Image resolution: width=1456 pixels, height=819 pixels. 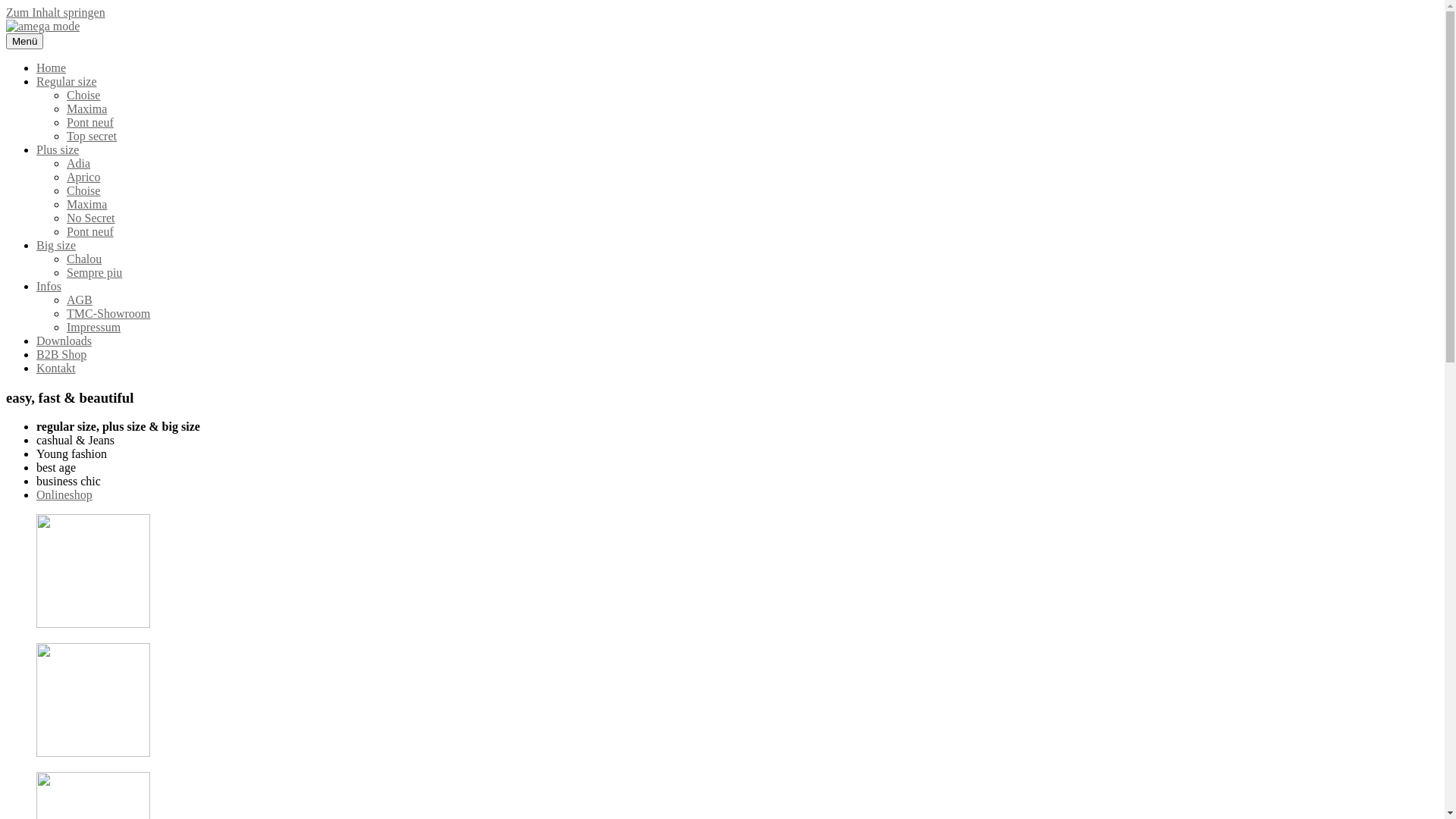 What do you see at coordinates (83, 190) in the screenshot?
I see `'Choise'` at bounding box center [83, 190].